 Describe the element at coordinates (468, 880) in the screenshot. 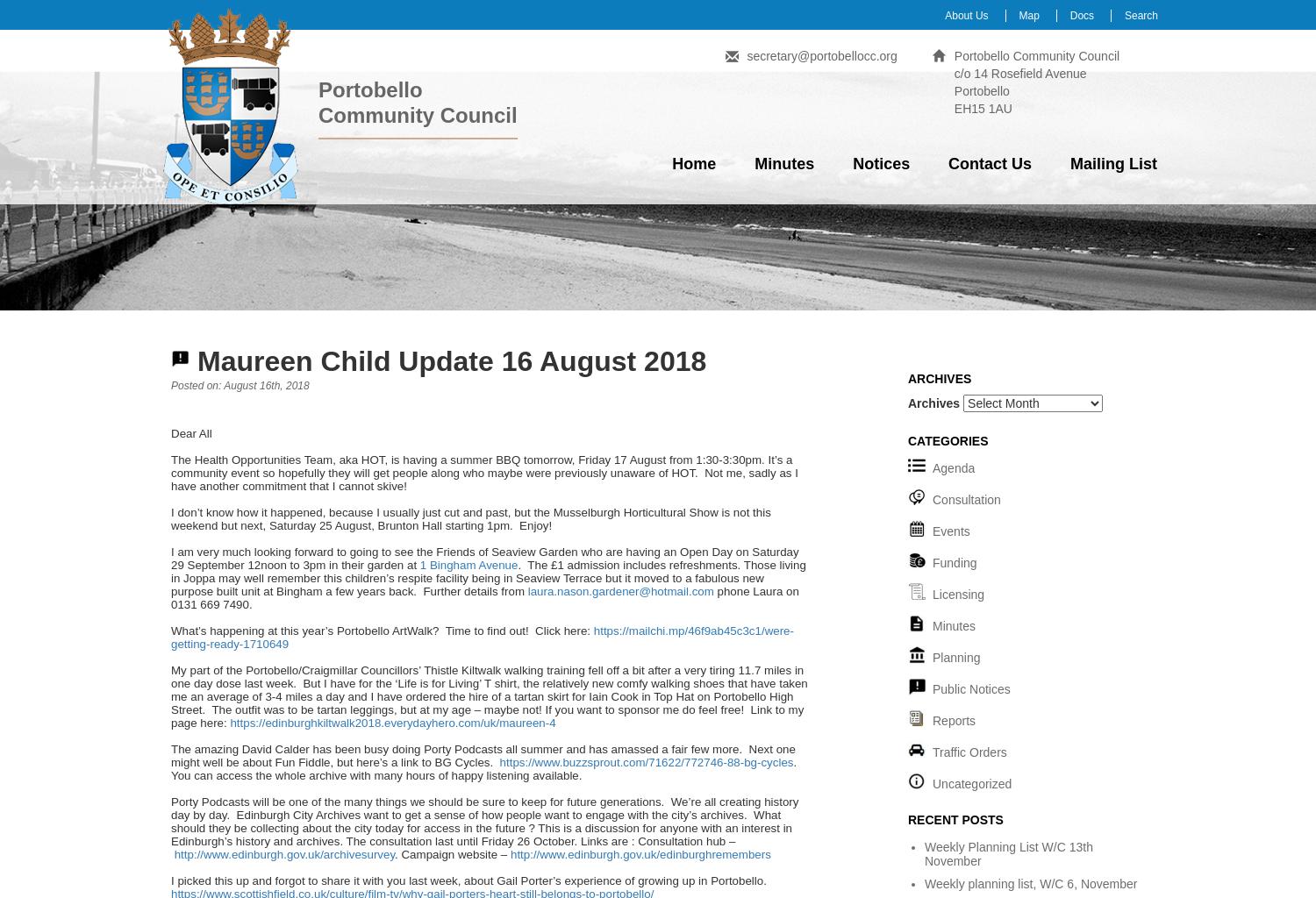

I see `'I picked this up and forgot to share it with you last week, about Gail Porter’s experience of growing up in Portobello.'` at that location.